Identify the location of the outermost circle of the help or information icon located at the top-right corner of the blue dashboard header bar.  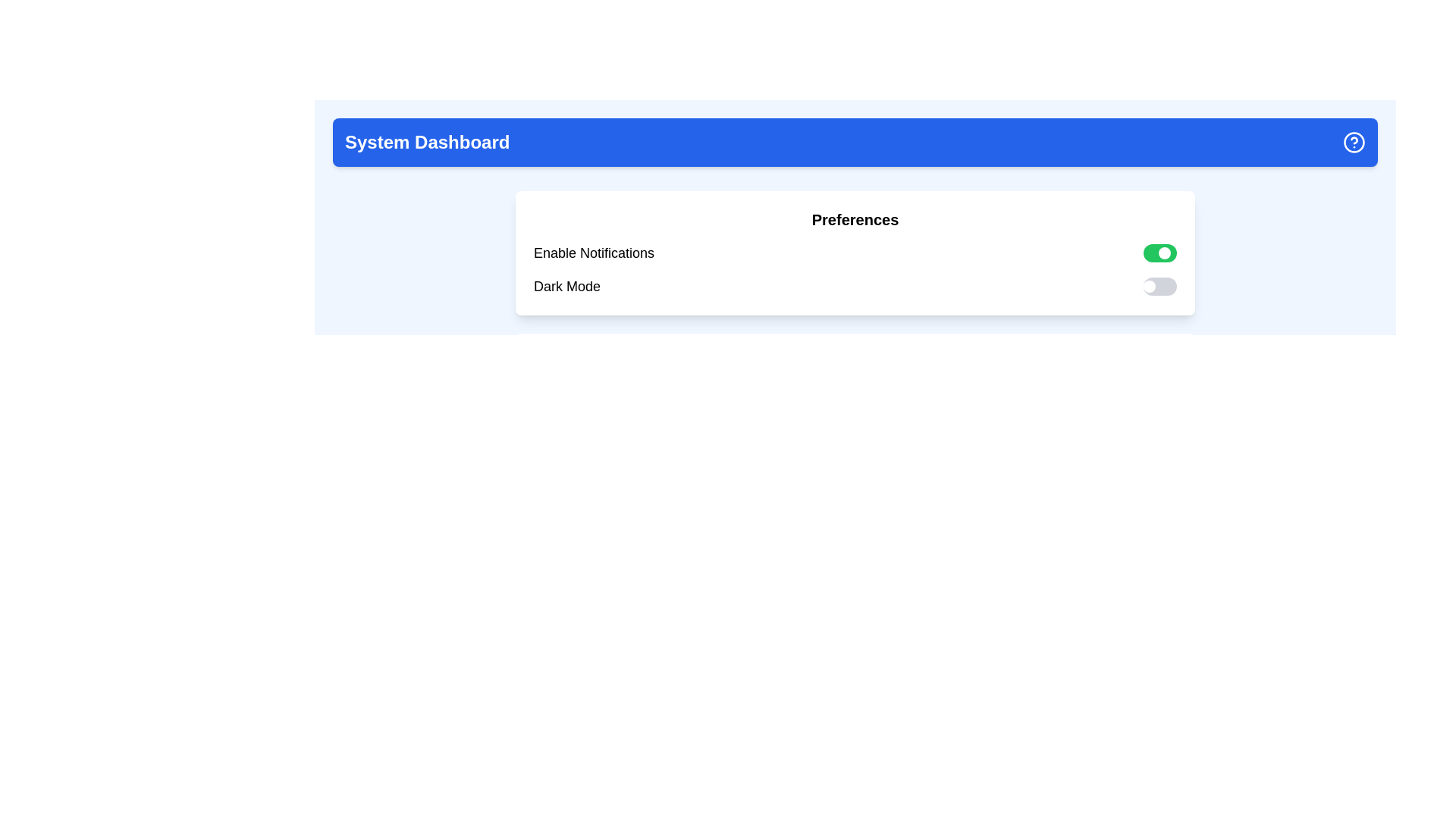
(1354, 143).